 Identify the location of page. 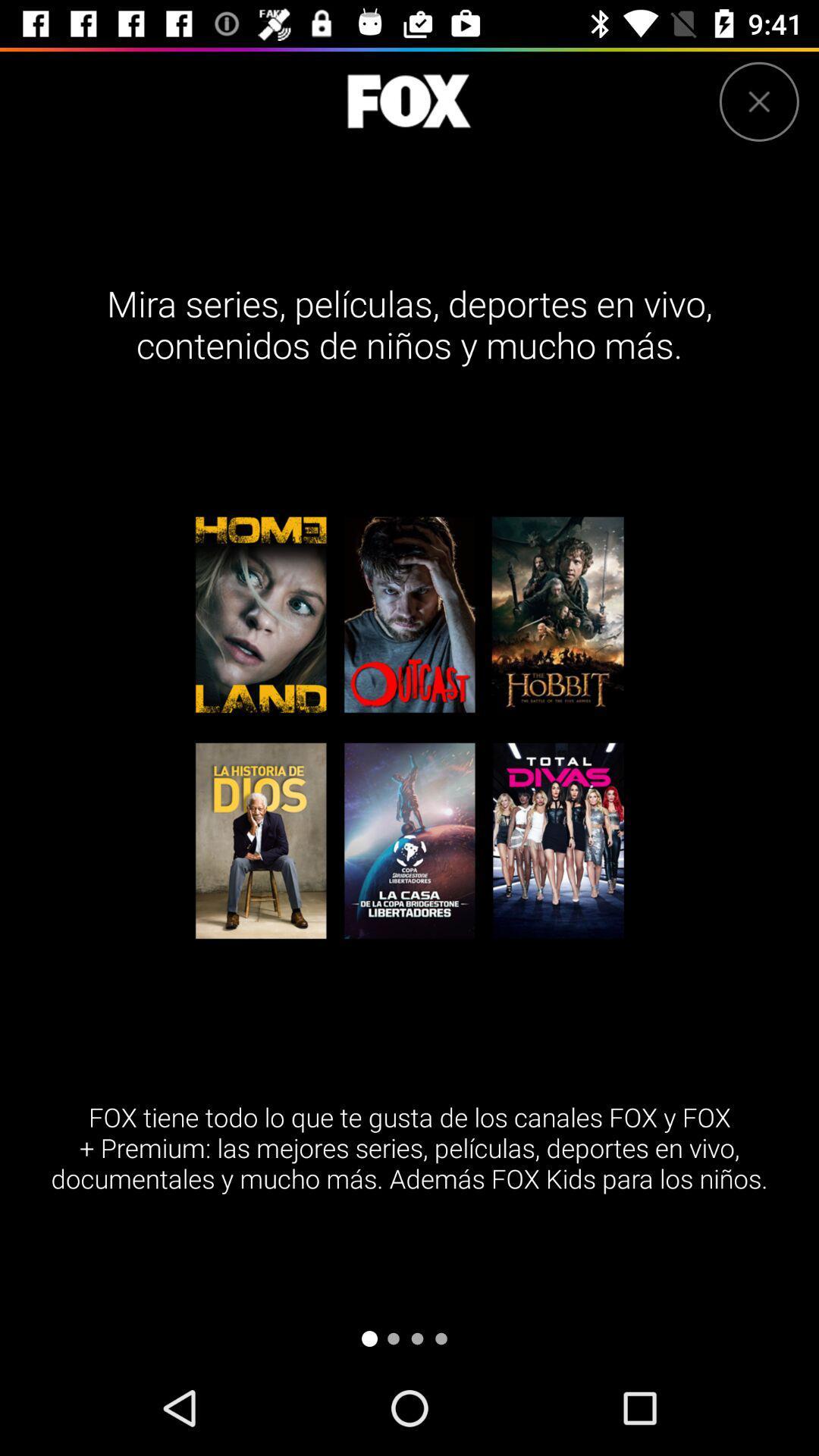
(759, 101).